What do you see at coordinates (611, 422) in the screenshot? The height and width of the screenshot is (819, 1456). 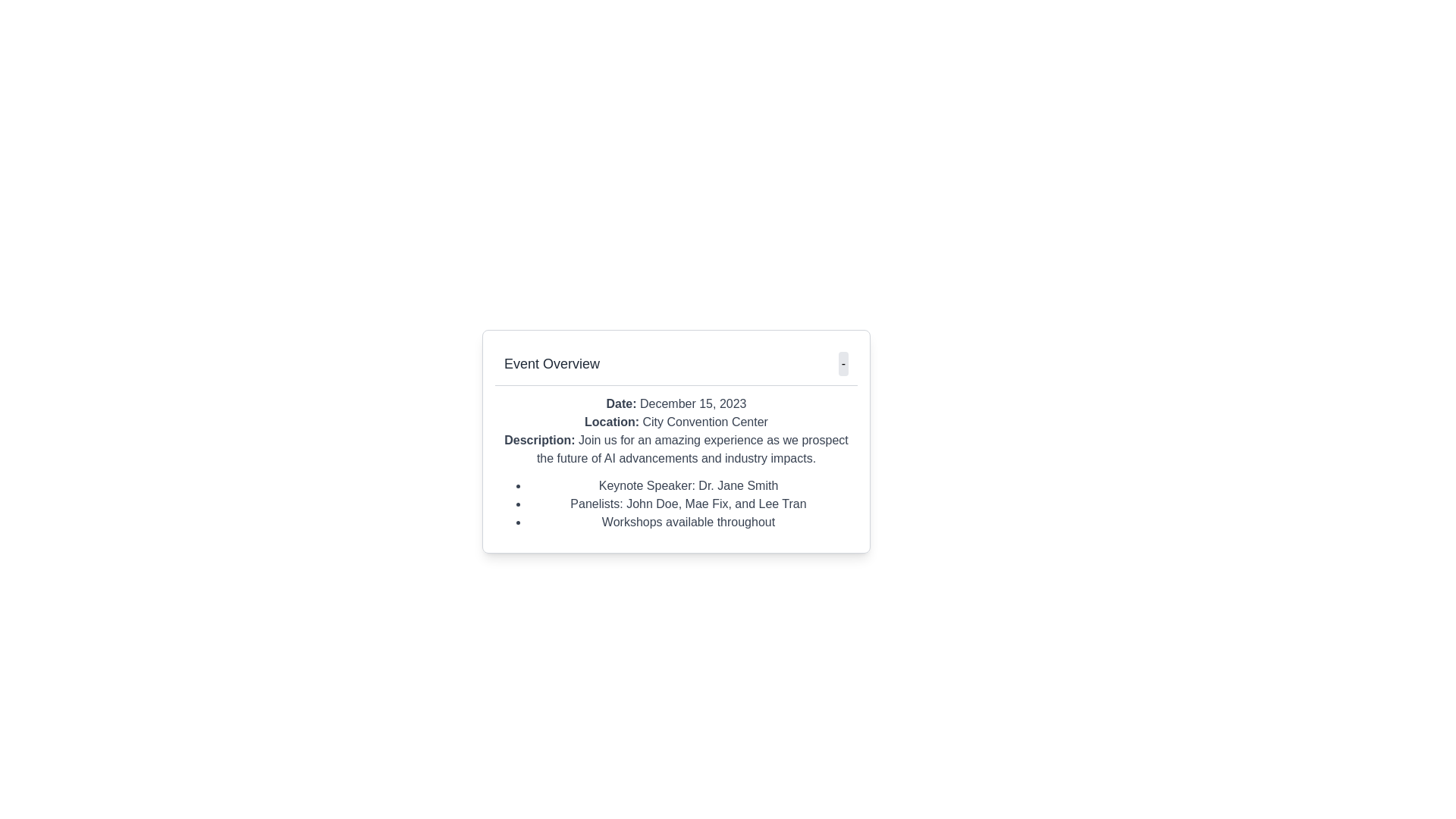 I see `text label that displays 'Location:' in bold and dark font, located in the 'Event Overview' section, positioned below the 'Date:' field` at bounding box center [611, 422].